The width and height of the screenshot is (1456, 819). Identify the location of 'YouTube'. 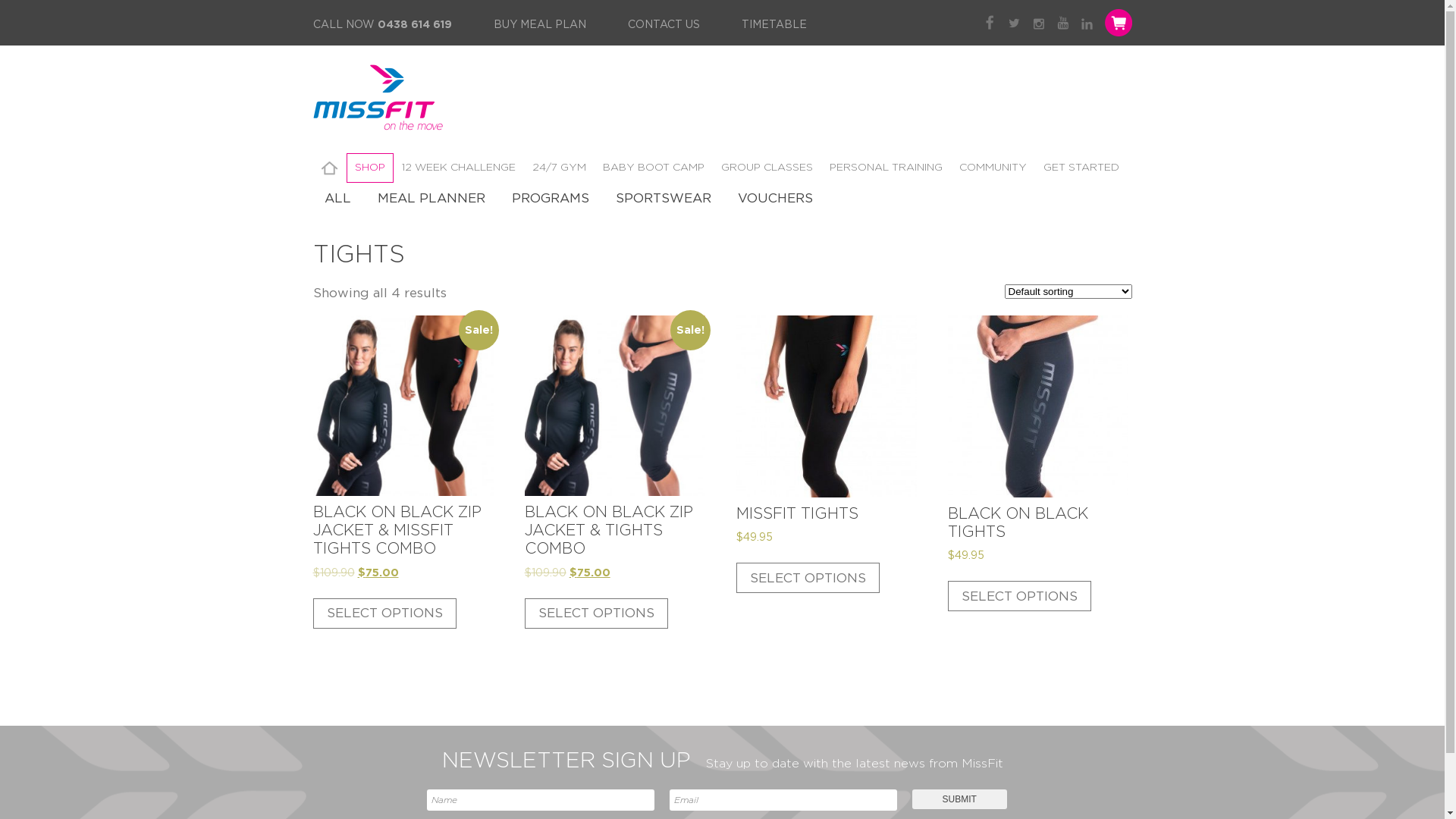
(1062, 23).